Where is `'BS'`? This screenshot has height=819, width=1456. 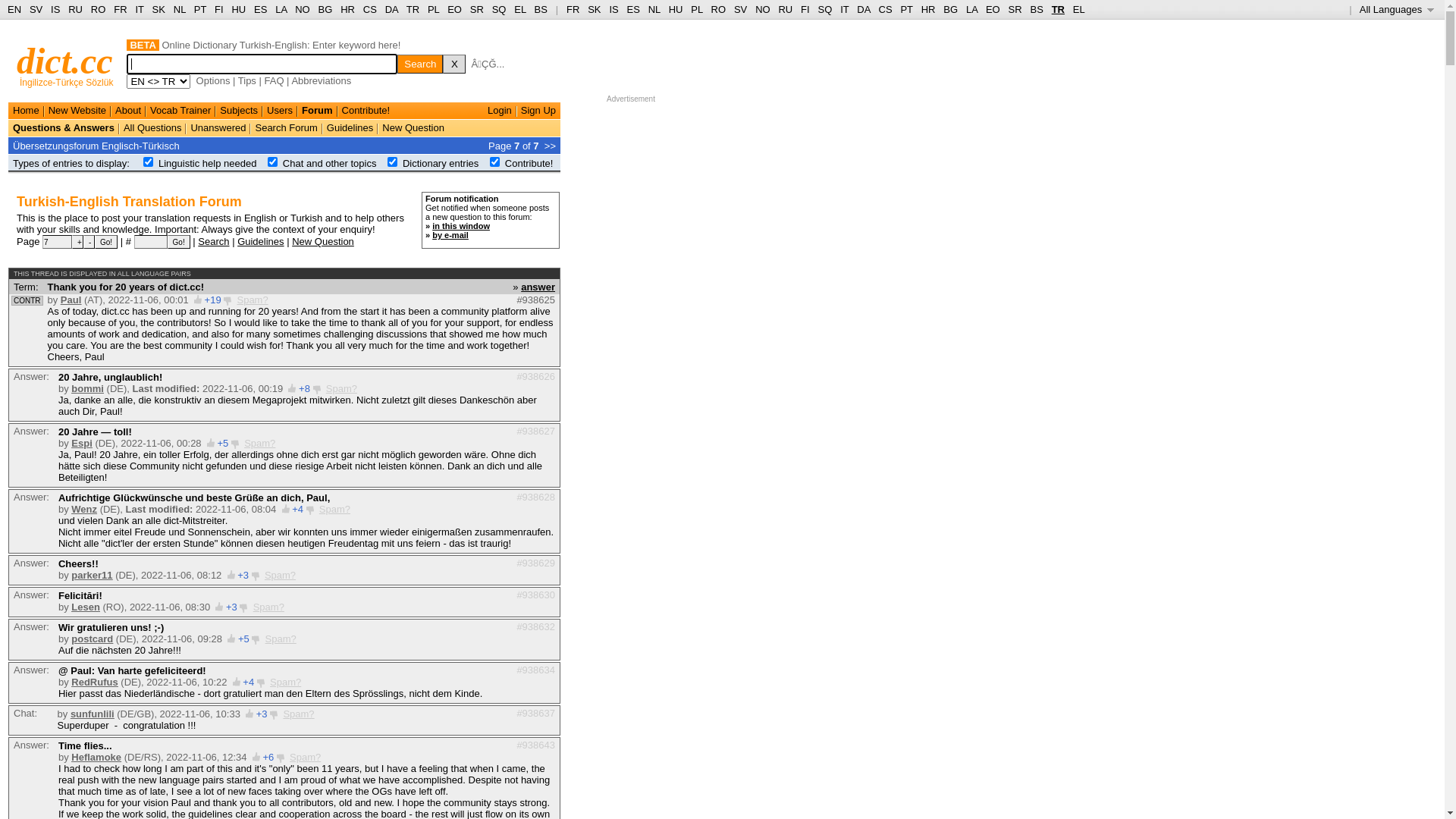 'BS' is located at coordinates (1035, 9).